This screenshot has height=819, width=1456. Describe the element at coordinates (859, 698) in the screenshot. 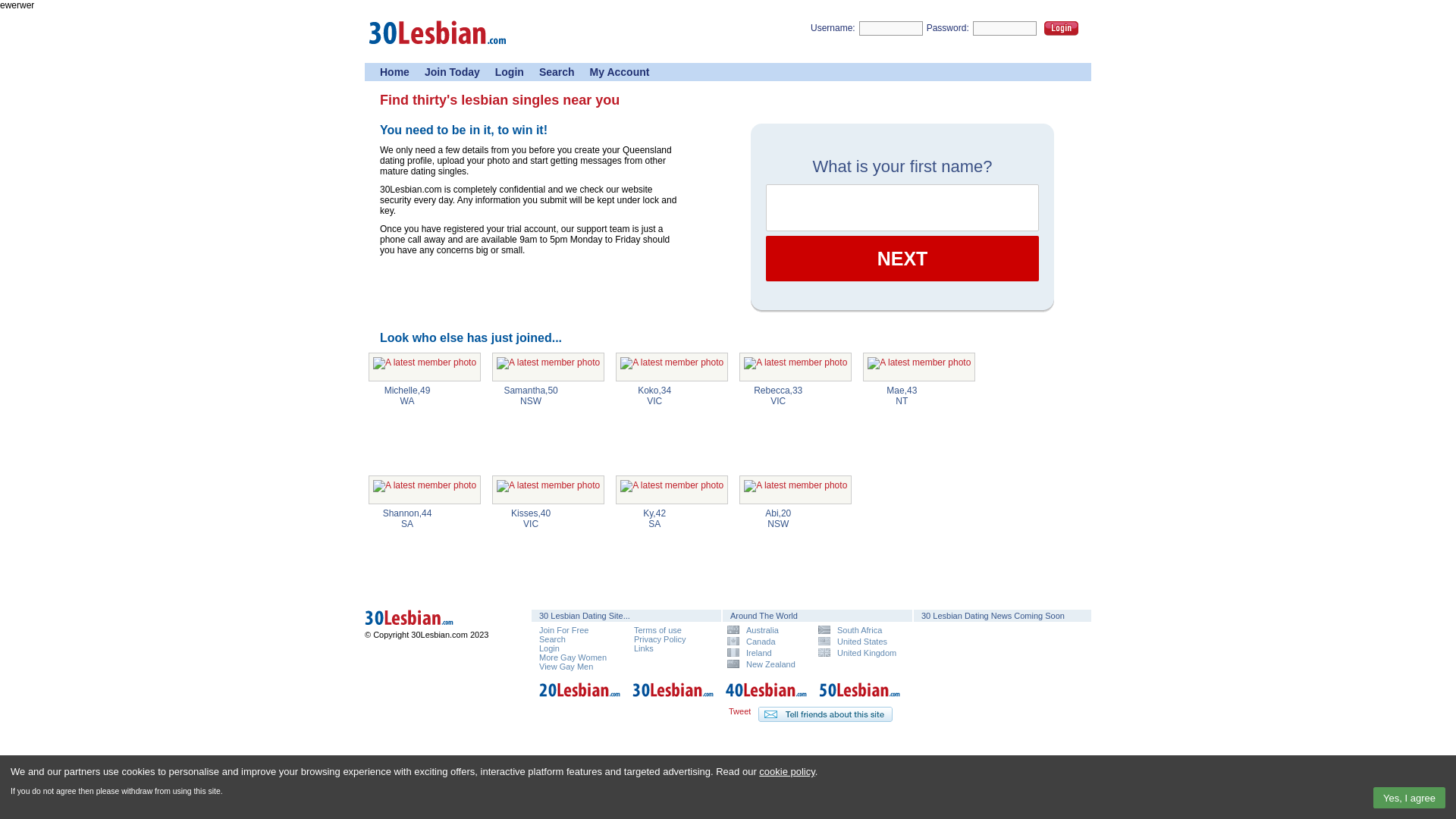

I see `'50 Lesbian Dating'` at that location.